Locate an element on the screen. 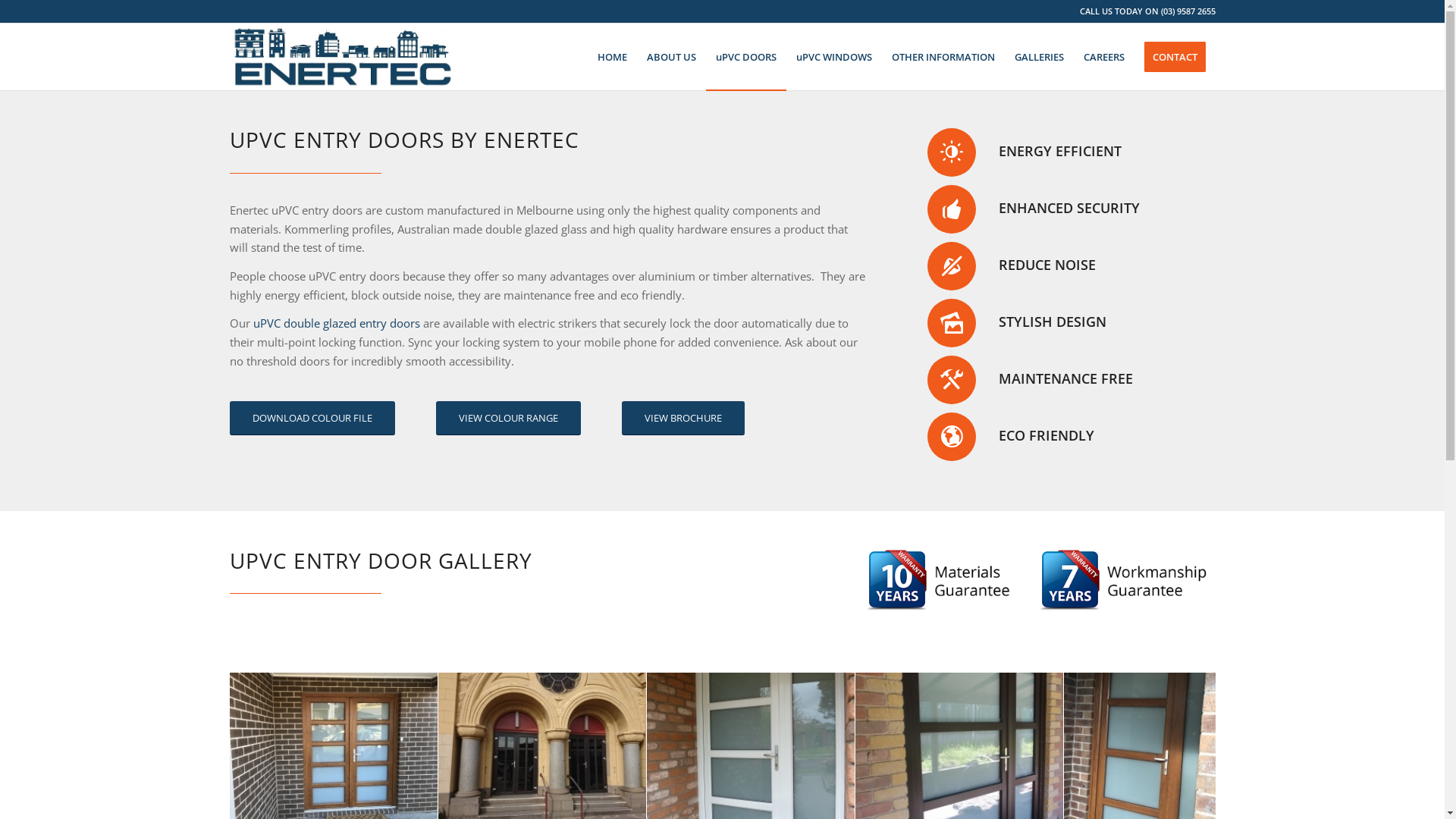 This screenshot has width=1456, height=819. 'HOME' is located at coordinates (611, 55).